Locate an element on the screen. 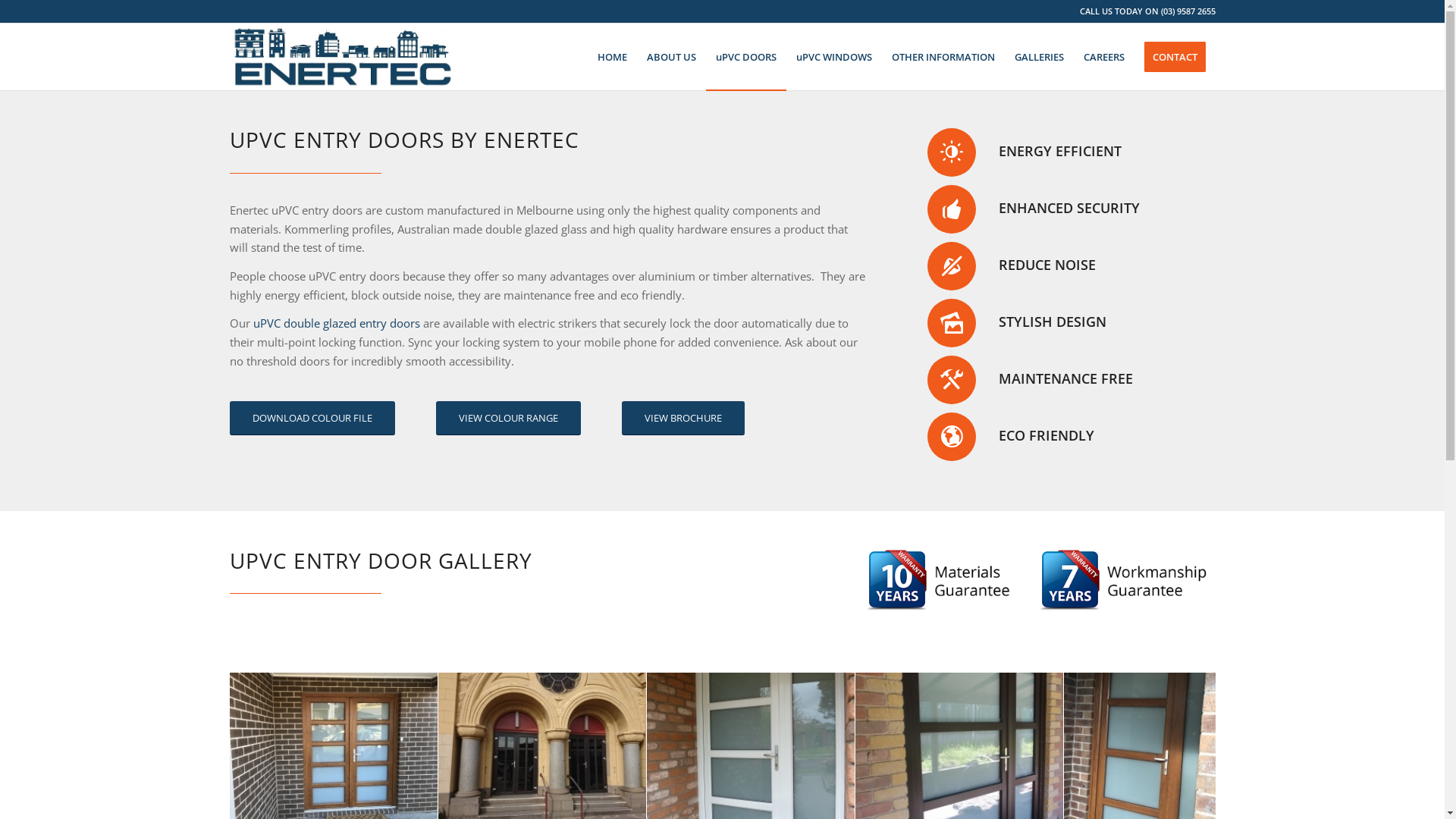 This screenshot has width=1456, height=819. 'HOME' is located at coordinates (611, 55).